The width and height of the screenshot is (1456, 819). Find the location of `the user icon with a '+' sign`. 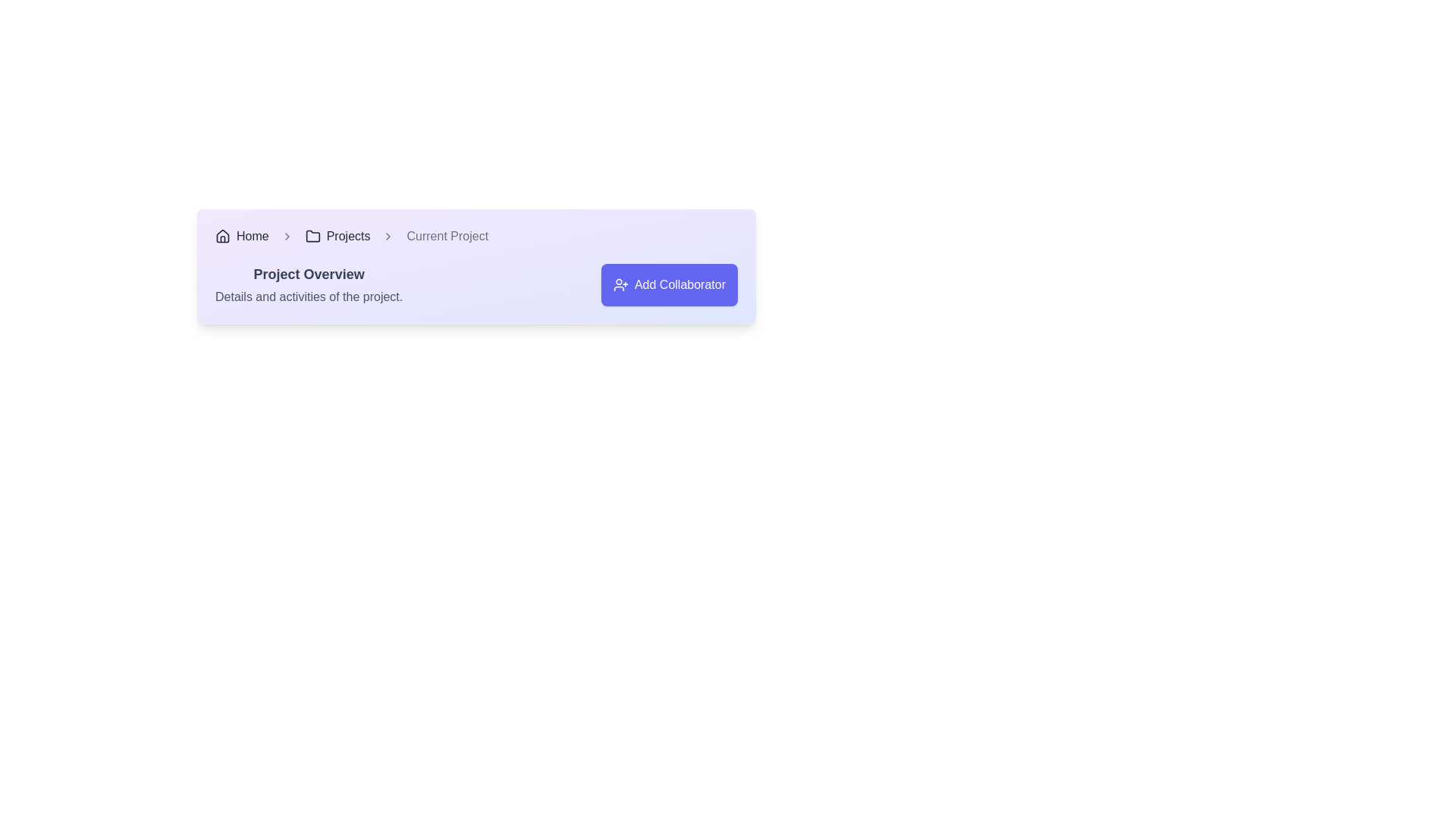

the user icon with a '+' sign is located at coordinates (620, 284).